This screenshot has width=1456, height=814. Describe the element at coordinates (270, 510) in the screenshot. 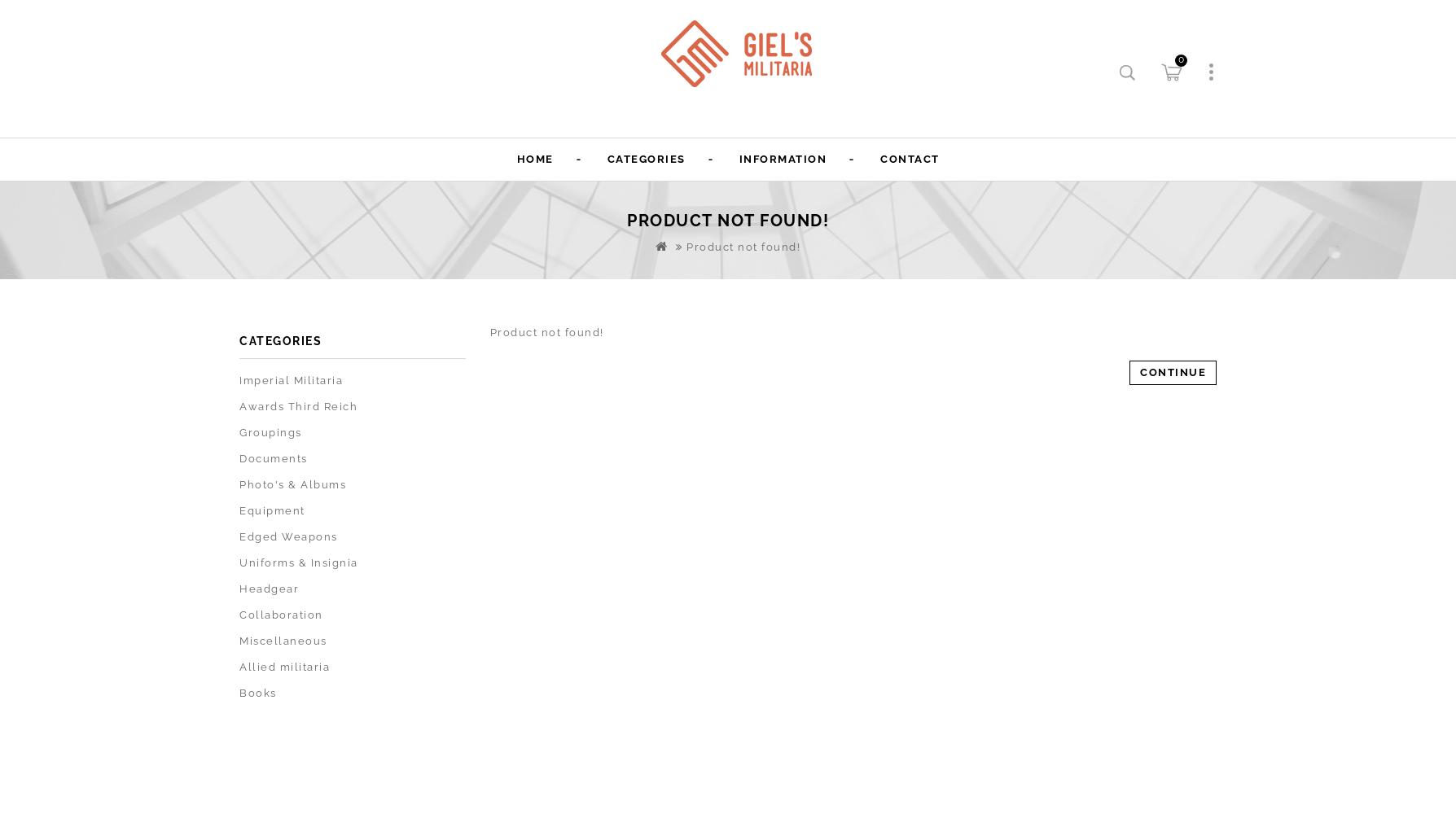

I see `'Equipment'` at that location.